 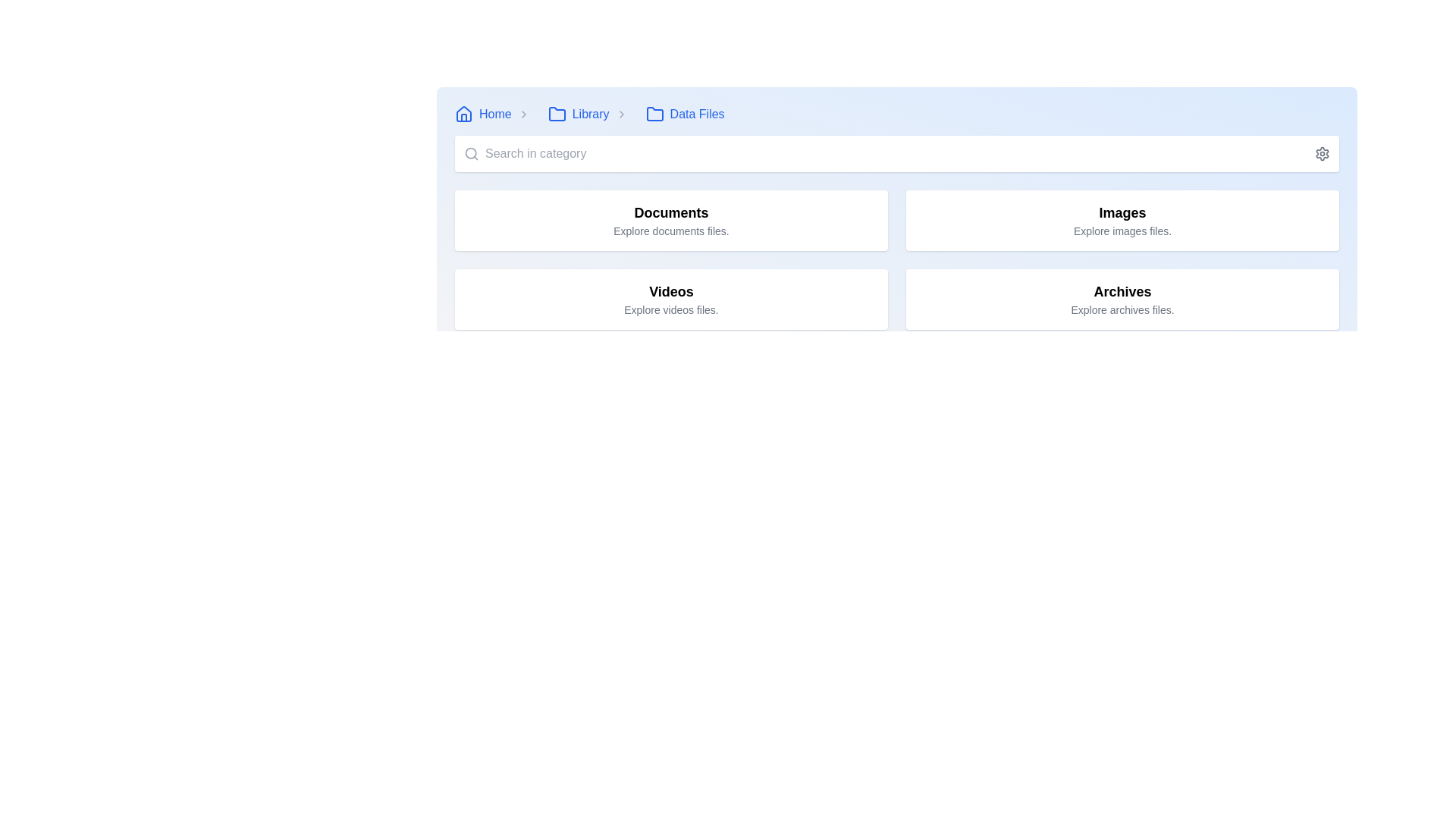 What do you see at coordinates (590, 113) in the screenshot?
I see `the Breadcrumb link that directs to the Library section, located between 'Home' and 'Data Files' in the navigation bar` at bounding box center [590, 113].